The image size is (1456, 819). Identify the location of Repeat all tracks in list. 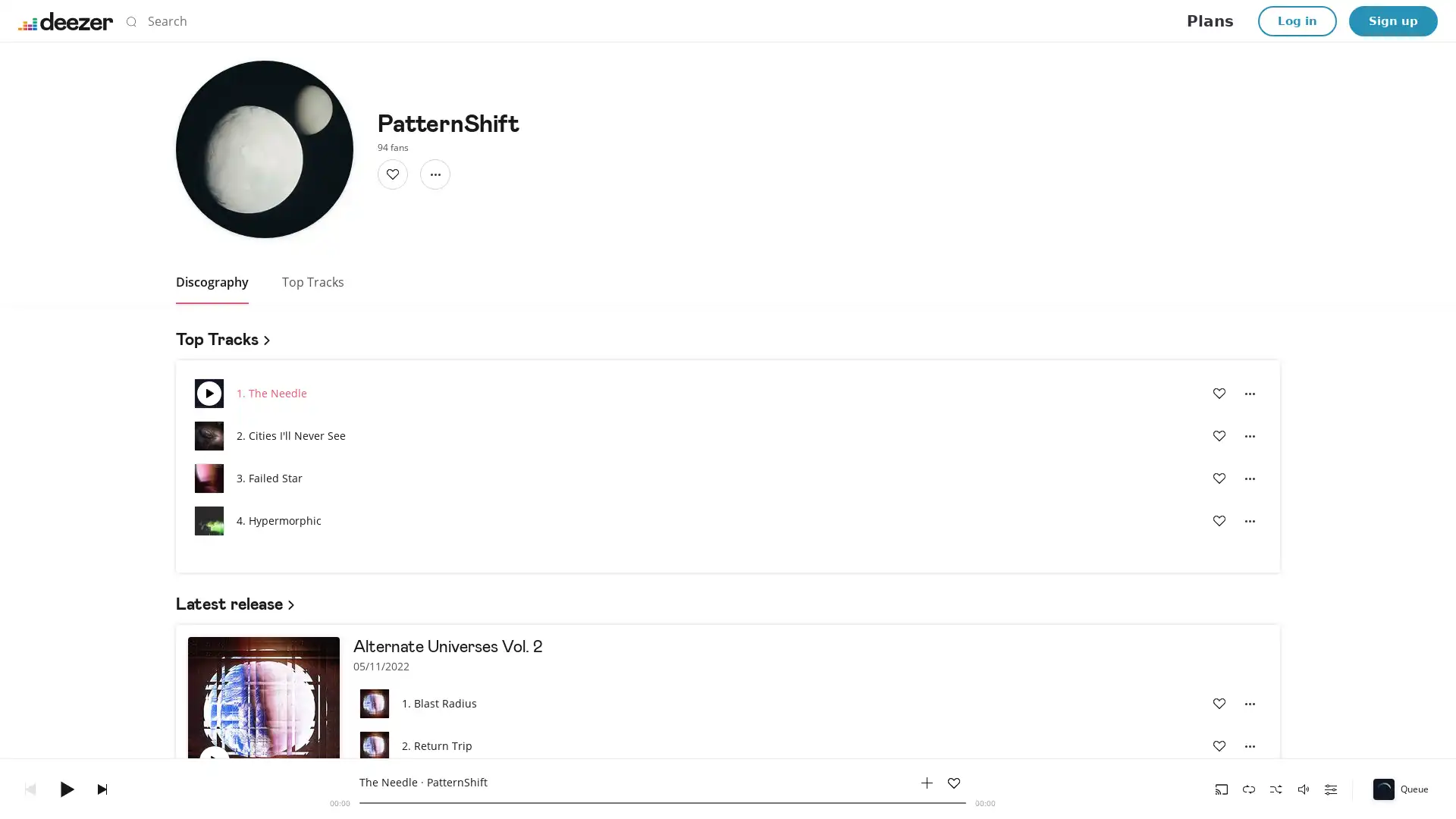
(1248, 788).